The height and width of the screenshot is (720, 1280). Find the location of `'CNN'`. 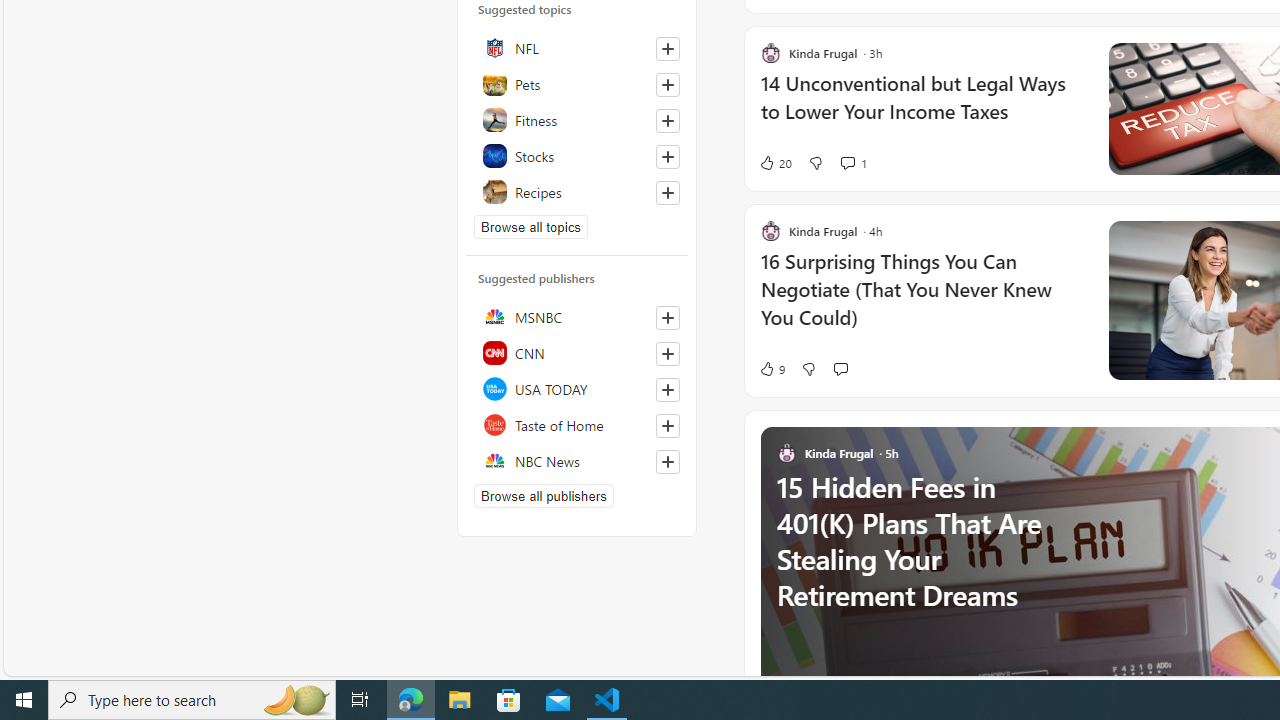

'CNN' is located at coordinates (576, 352).